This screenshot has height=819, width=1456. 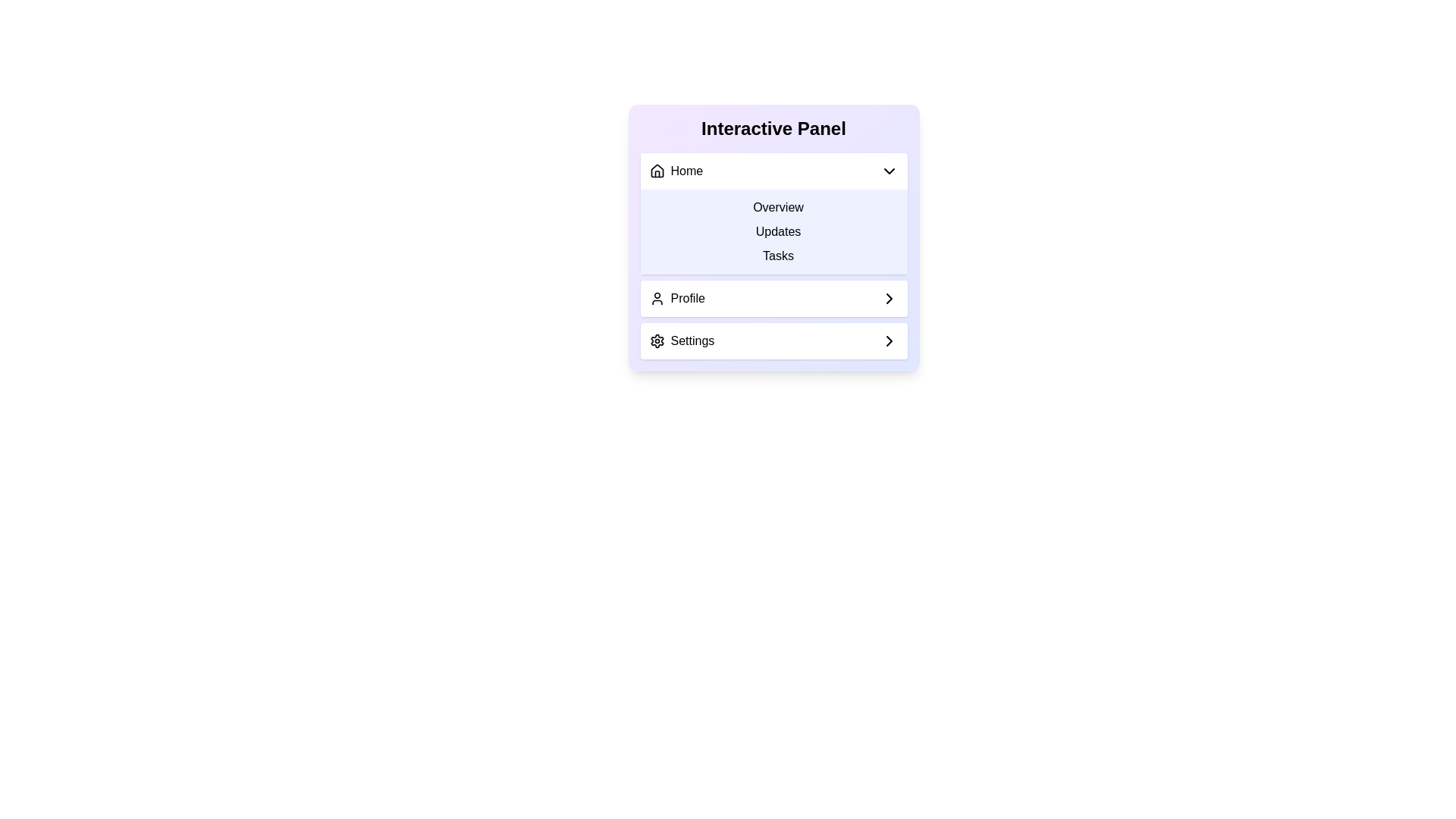 I want to click on the settings icon located at the bottom of the interactive panel, adjacent to the 'Settings' option text, so click(x=657, y=341).